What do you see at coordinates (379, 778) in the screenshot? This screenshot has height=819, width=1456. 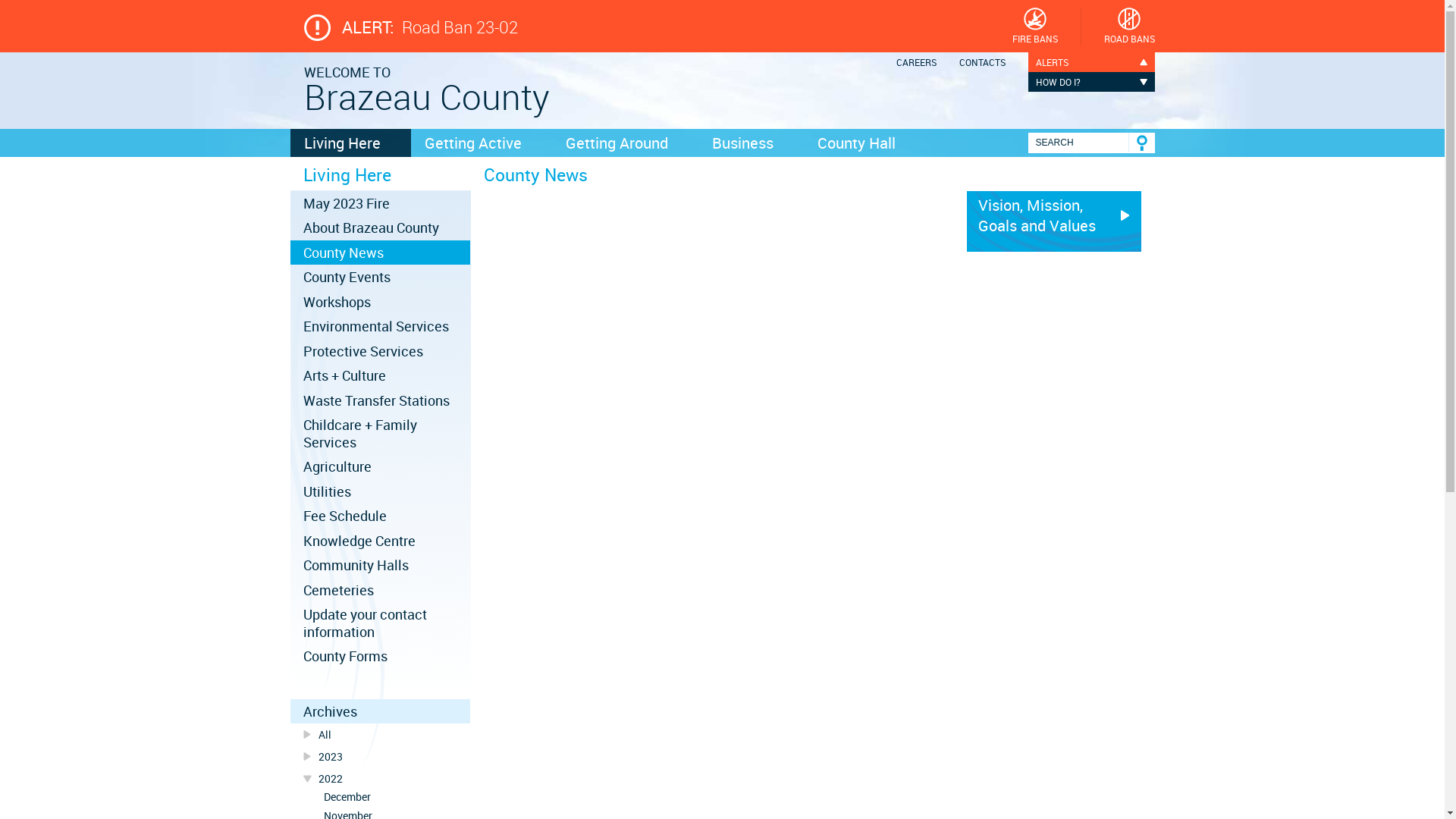 I see `'2022'` at bounding box center [379, 778].